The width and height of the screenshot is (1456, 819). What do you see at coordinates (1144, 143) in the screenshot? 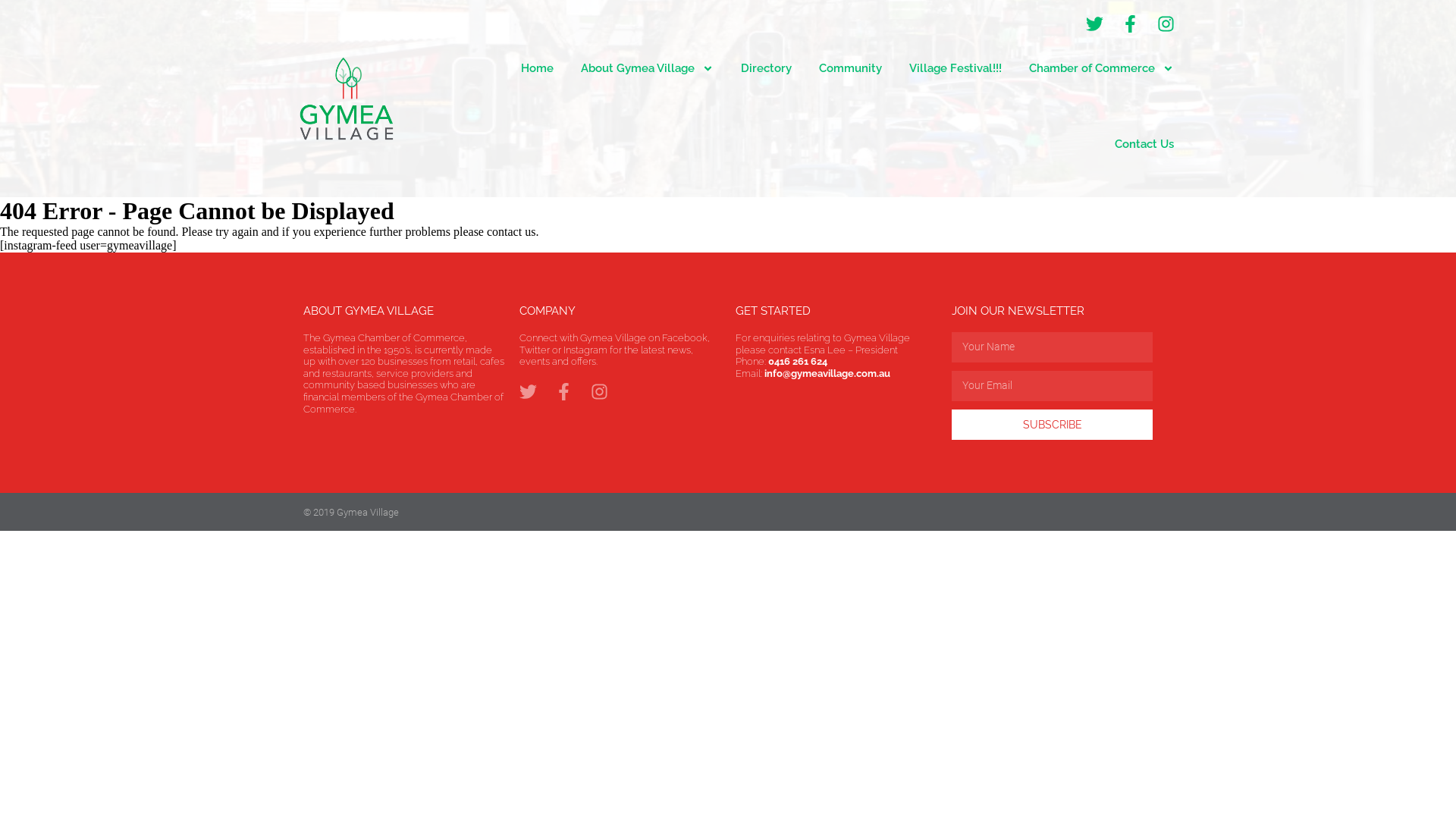
I see `'Contact Us'` at bounding box center [1144, 143].